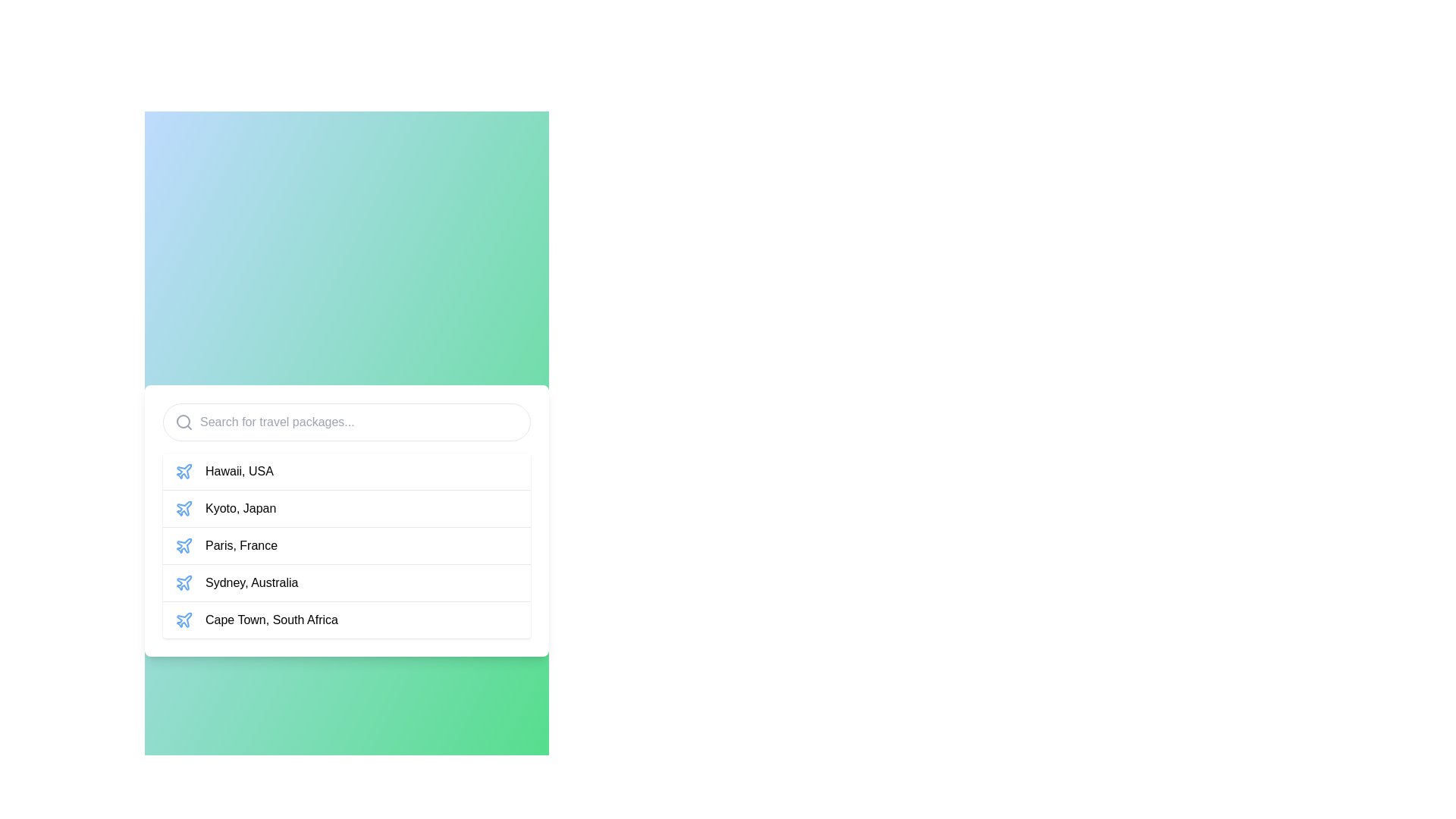  What do you see at coordinates (346, 519) in the screenshot?
I see `the second entry in the list, which represents 'Kyoto, Japan'` at bounding box center [346, 519].